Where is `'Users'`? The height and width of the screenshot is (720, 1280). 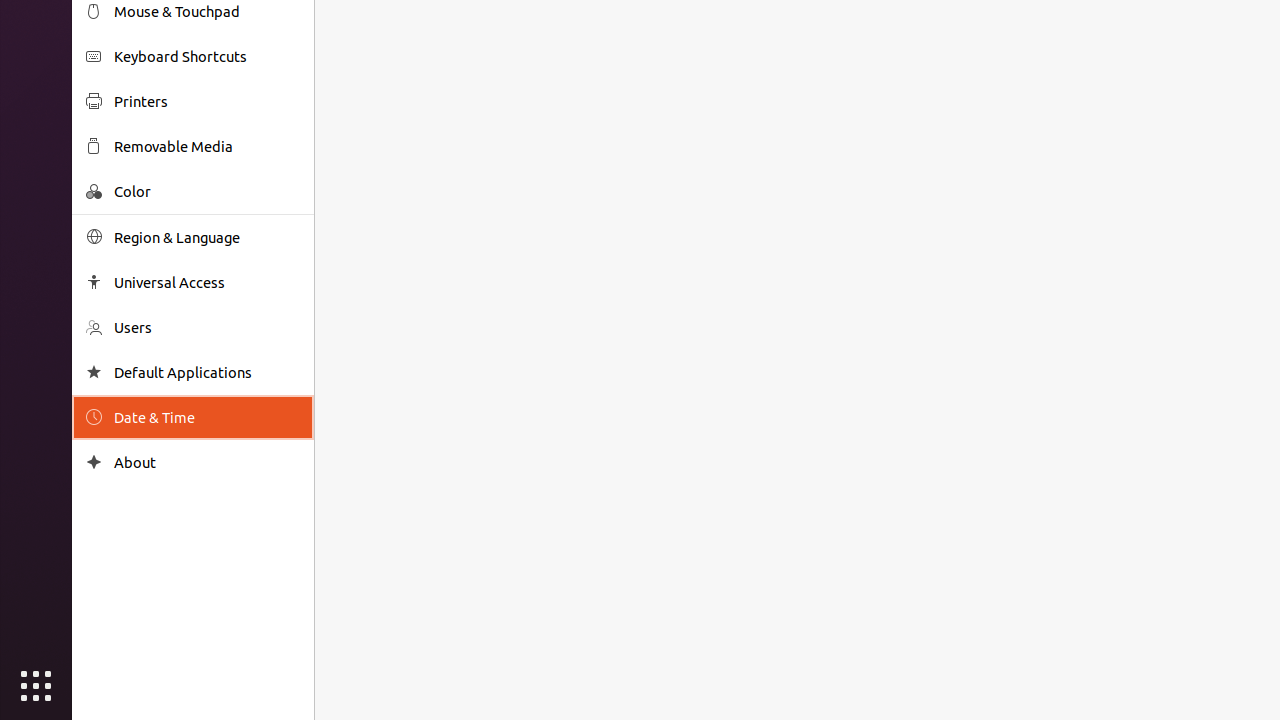
'Users' is located at coordinates (206, 326).